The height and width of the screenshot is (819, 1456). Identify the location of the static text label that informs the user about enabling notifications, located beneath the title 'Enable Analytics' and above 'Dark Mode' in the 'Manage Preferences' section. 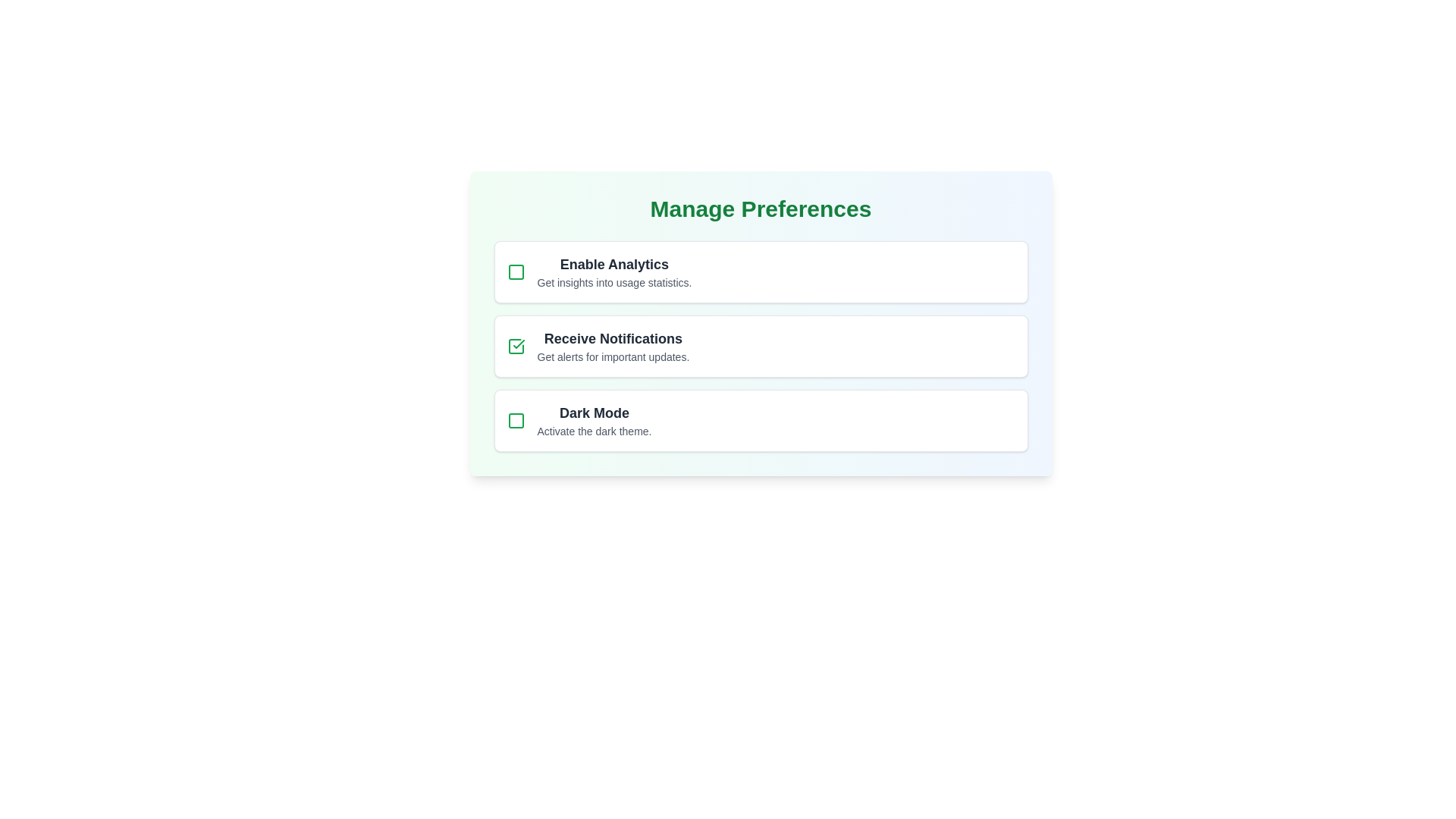
(613, 338).